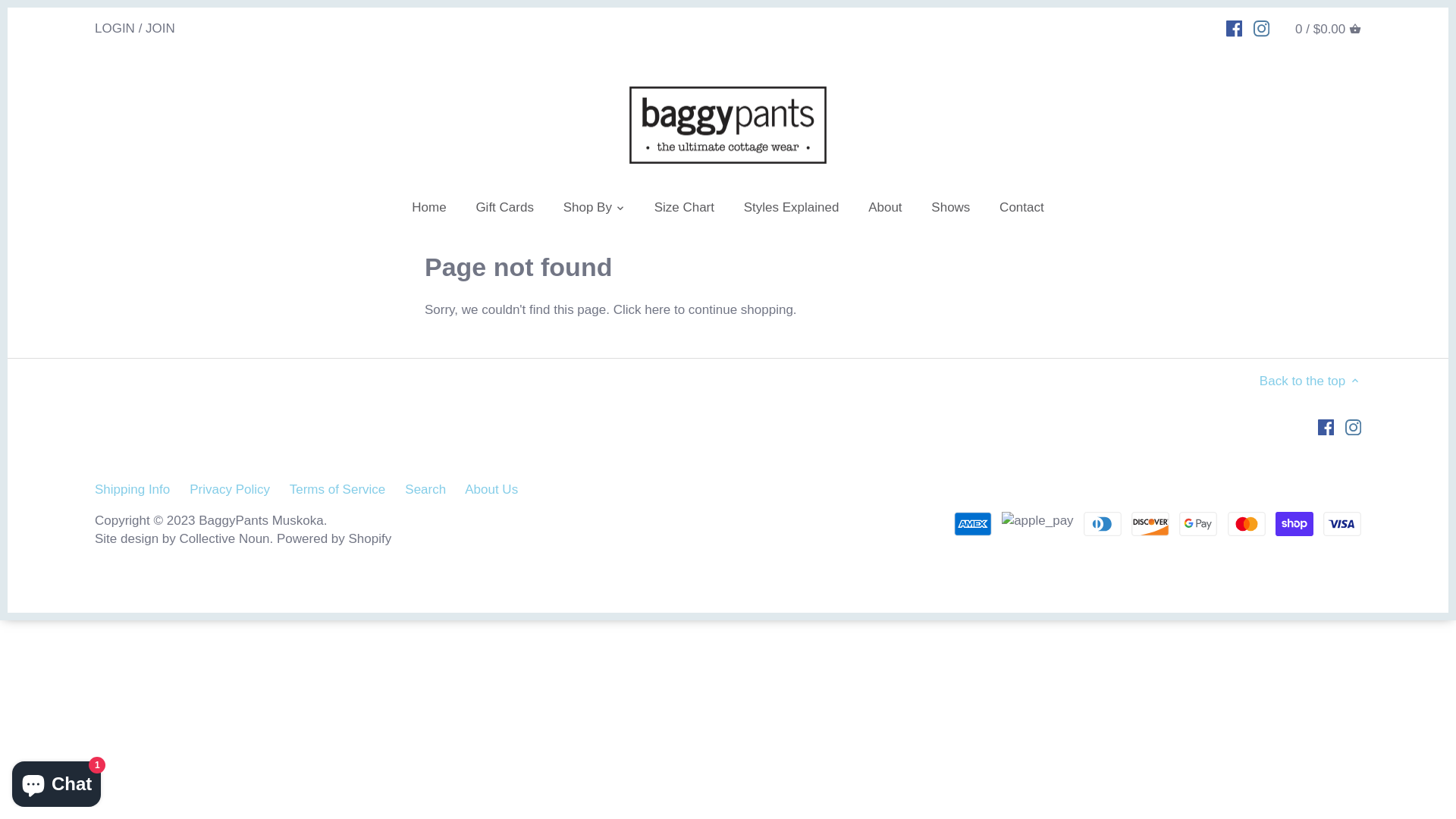  Describe the element at coordinates (337, 489) in the screenshot. I see `'Terms of Service'` at that location.